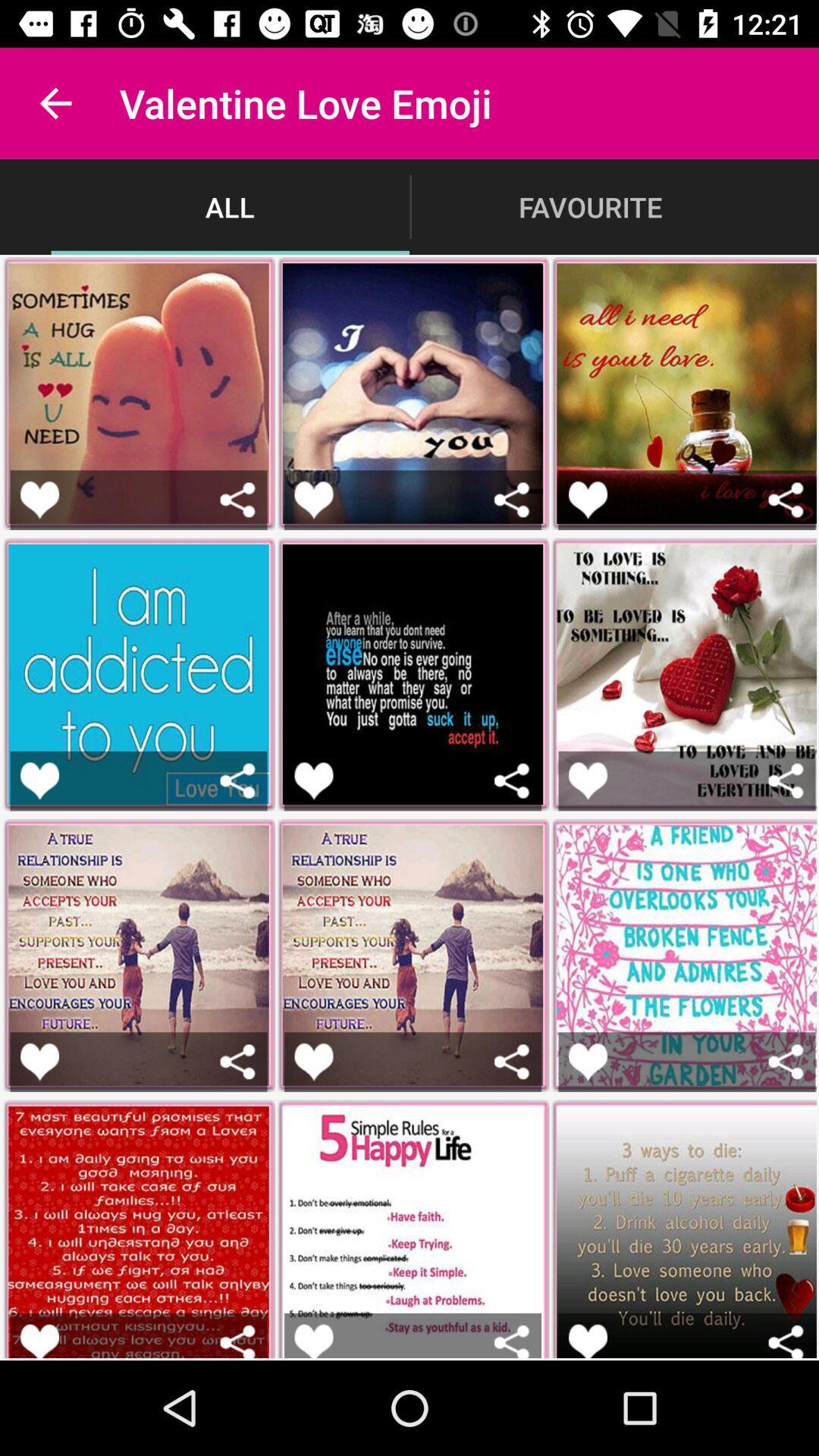  I want to click on share the picture, so click(237, 780).